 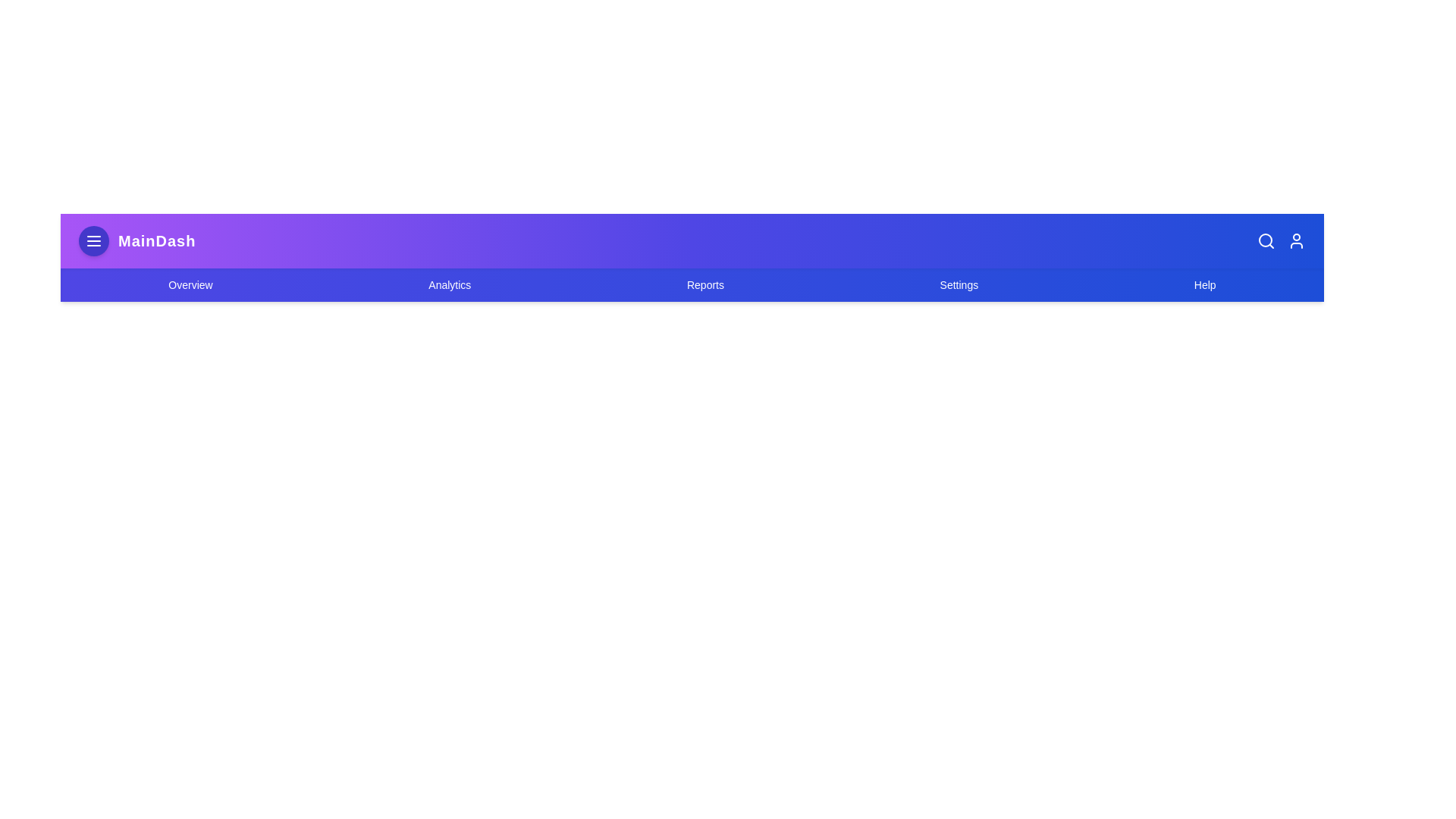 What do you see at coordinates (93, 240) in the screenshot?
I see `the menu icon to toggle the side menu` at bounding box center [93, 240].